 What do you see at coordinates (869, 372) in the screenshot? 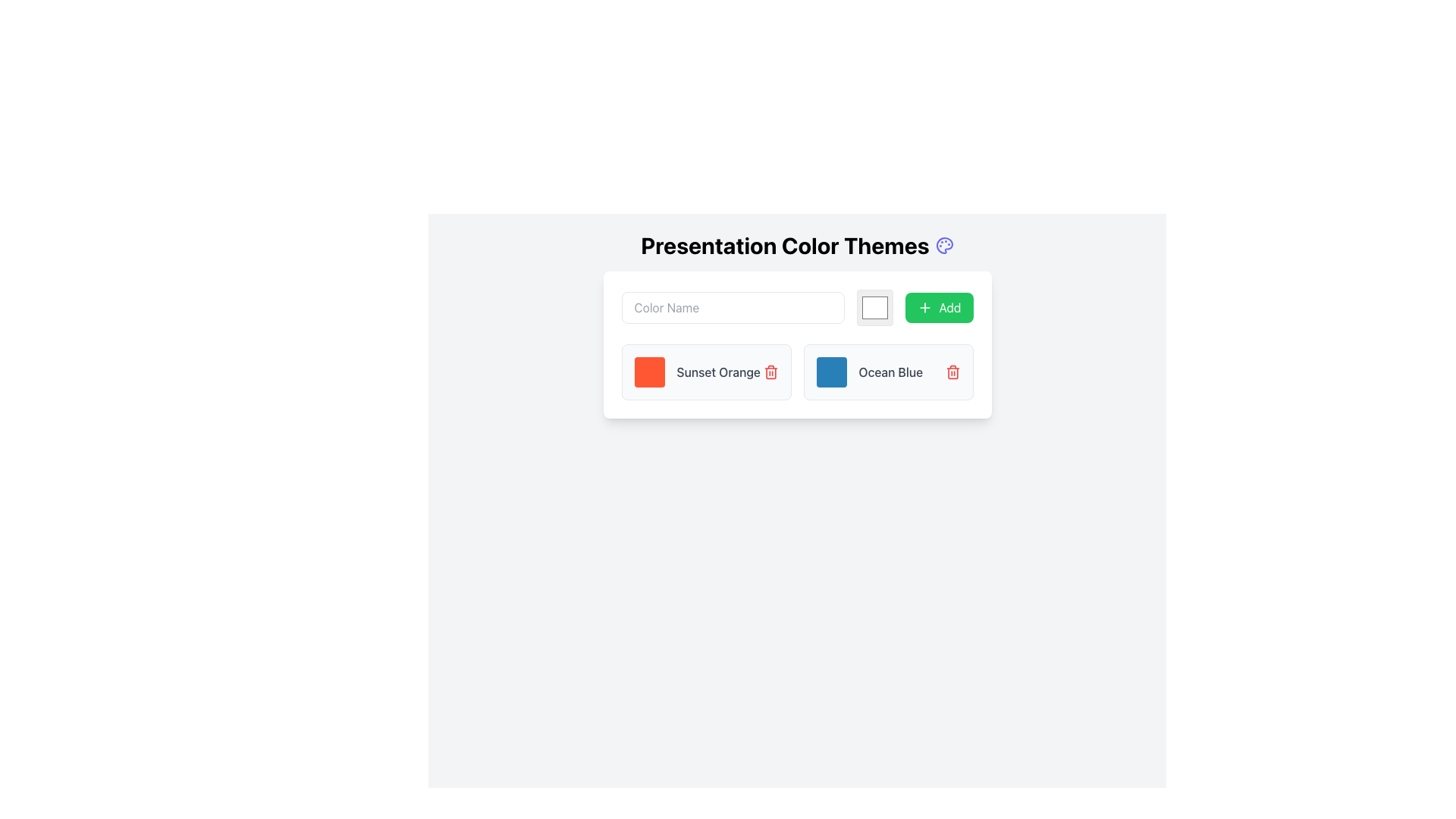
I see `the 'Ocean Blue' label with the accompanying blue square icon, which is the second item in a horizontally aligned grid under the 'Presentation Color Themes' heading` at bounding box center [869, 372].